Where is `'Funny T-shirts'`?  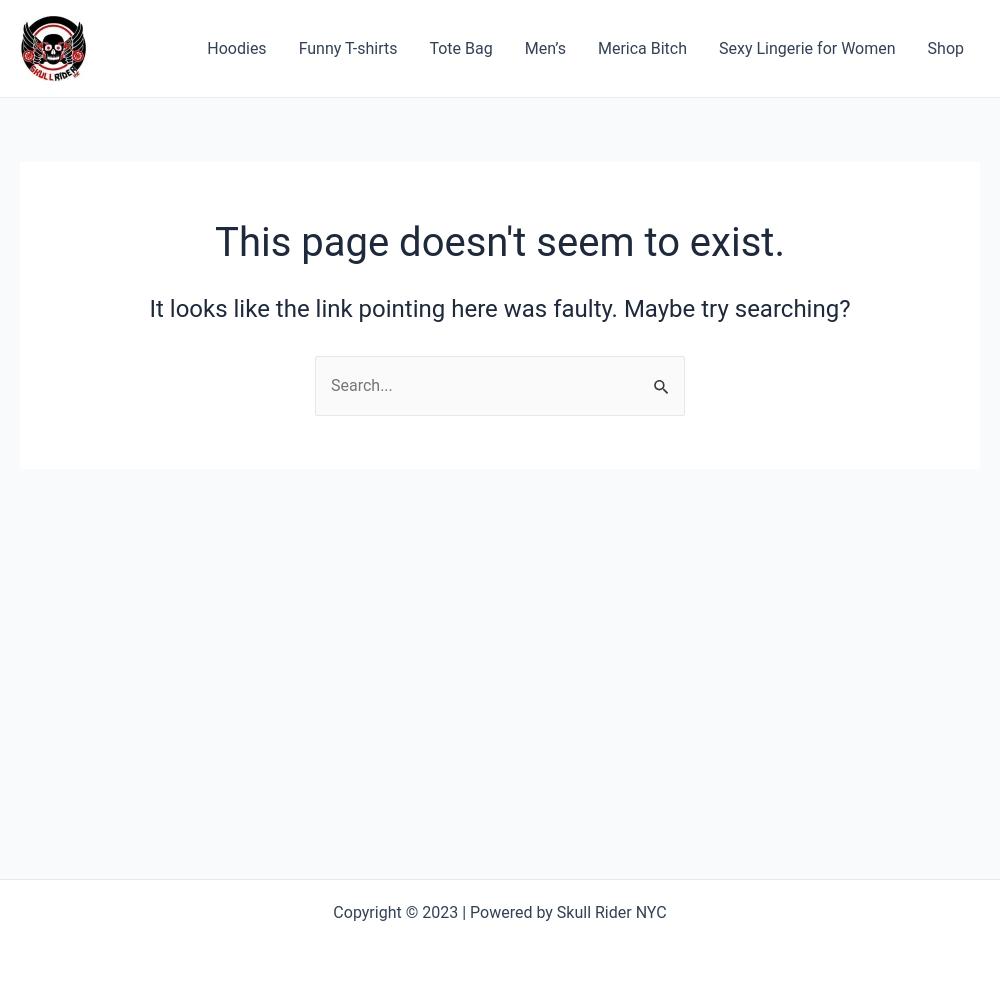 'Funny T-shirts' is located at coordinates (298, 47).